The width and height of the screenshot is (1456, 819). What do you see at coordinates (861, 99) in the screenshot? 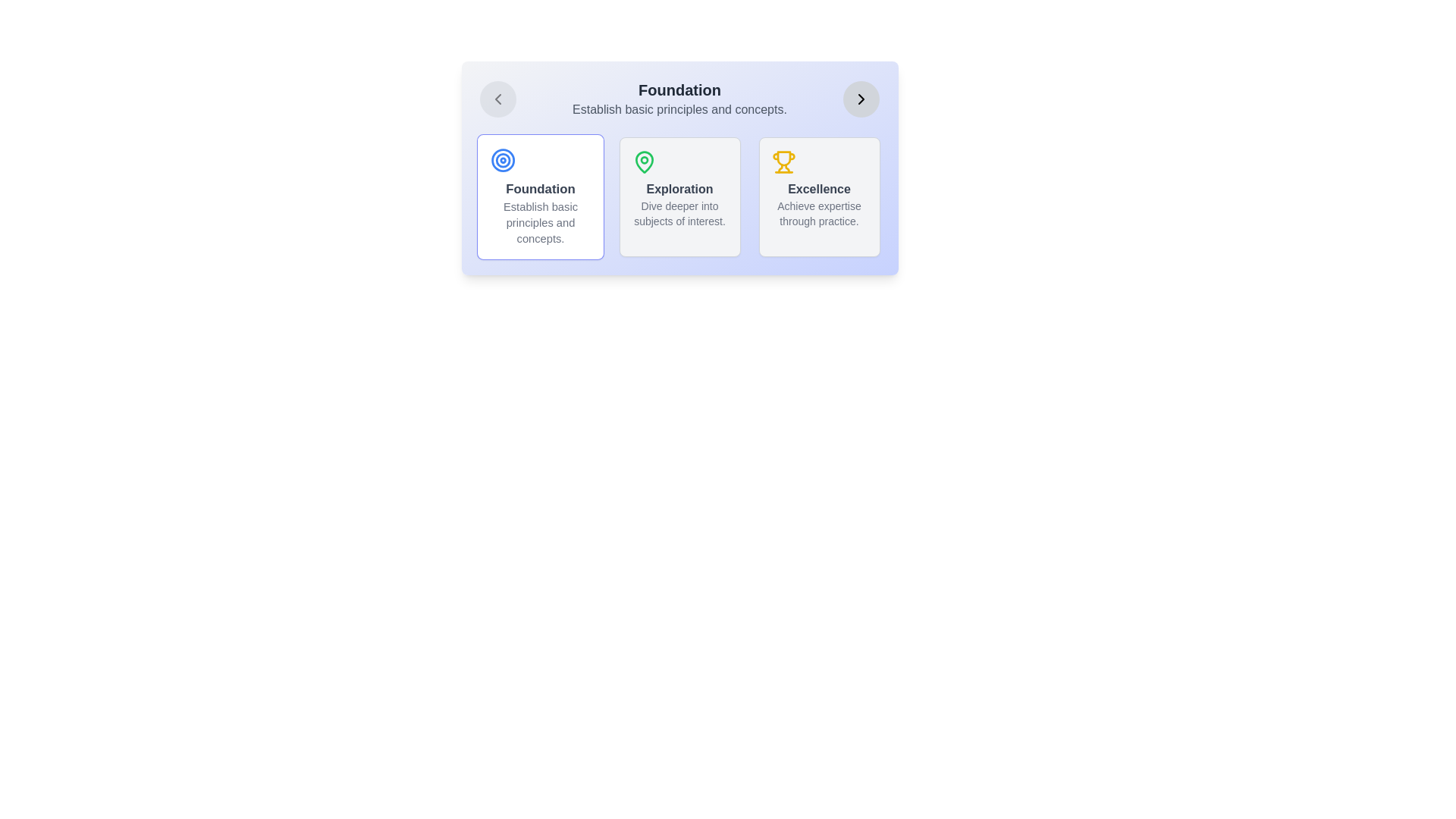
I see `the chevron arrow icon embedded in the circular button located at the upper-right corner of the card labeled 'Foundation', 'Exploration', and 'Excellence'` at bounding box center [861, 99].